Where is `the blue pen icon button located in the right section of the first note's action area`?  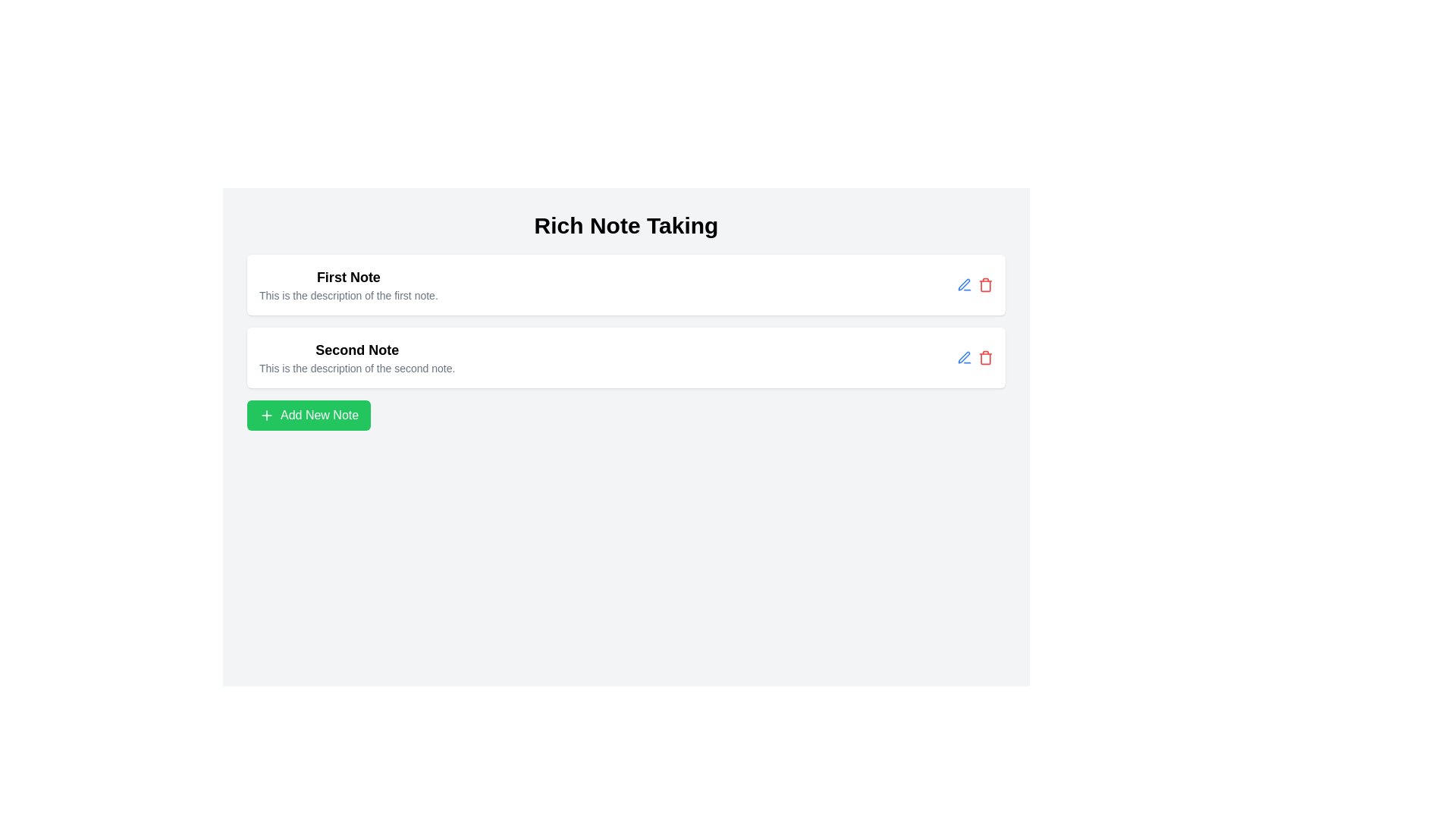 the blue pen icon button located in the right section of the first note's action area is located at coordinates (964, 357).